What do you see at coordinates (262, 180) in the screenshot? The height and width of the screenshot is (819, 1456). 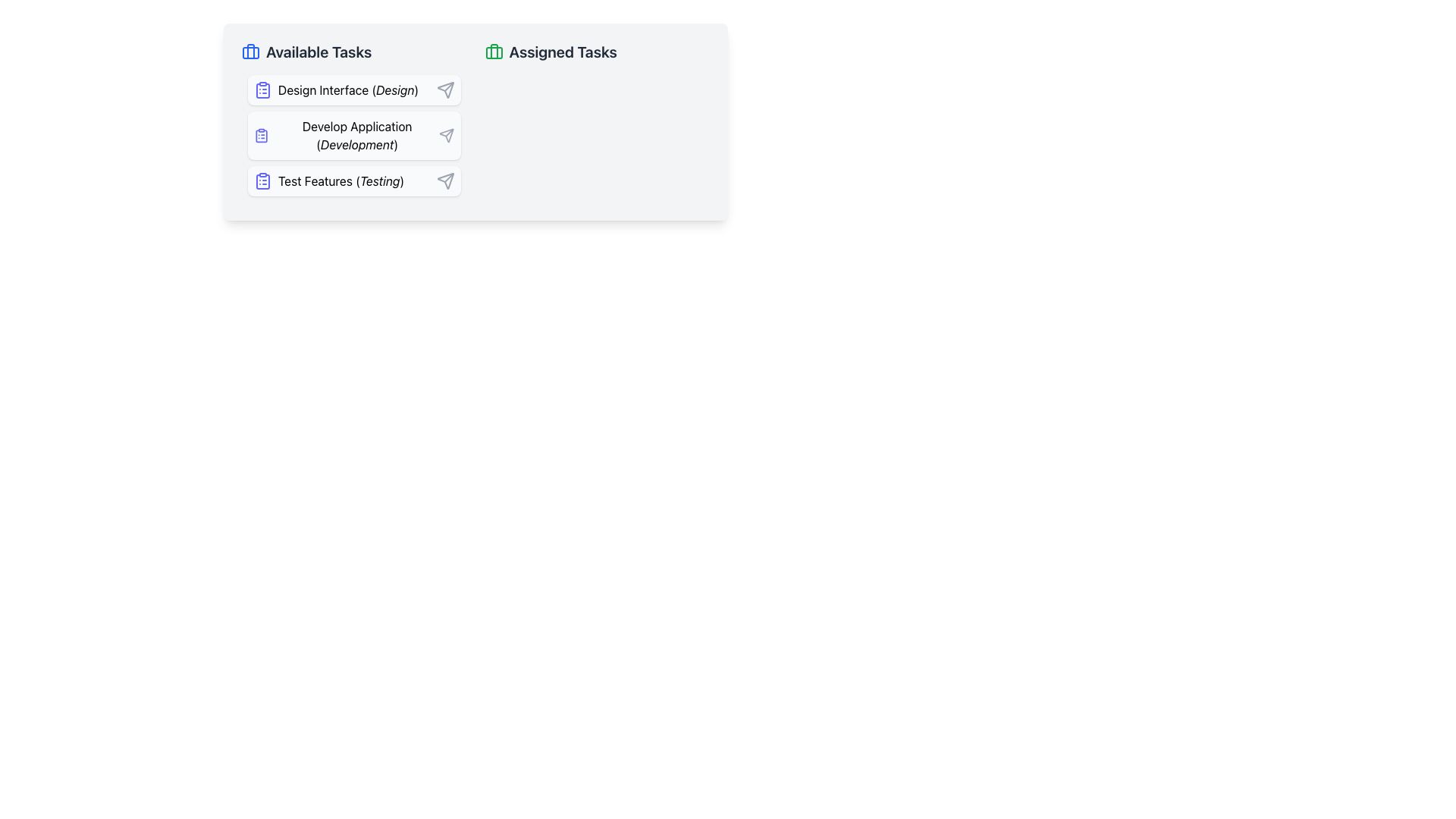 I see `the clipboard icon component that represents a task list, located to the left of the 'Test Features (Testing)' task in the 'Available Tasks' section` at bounding box center [262, 180].